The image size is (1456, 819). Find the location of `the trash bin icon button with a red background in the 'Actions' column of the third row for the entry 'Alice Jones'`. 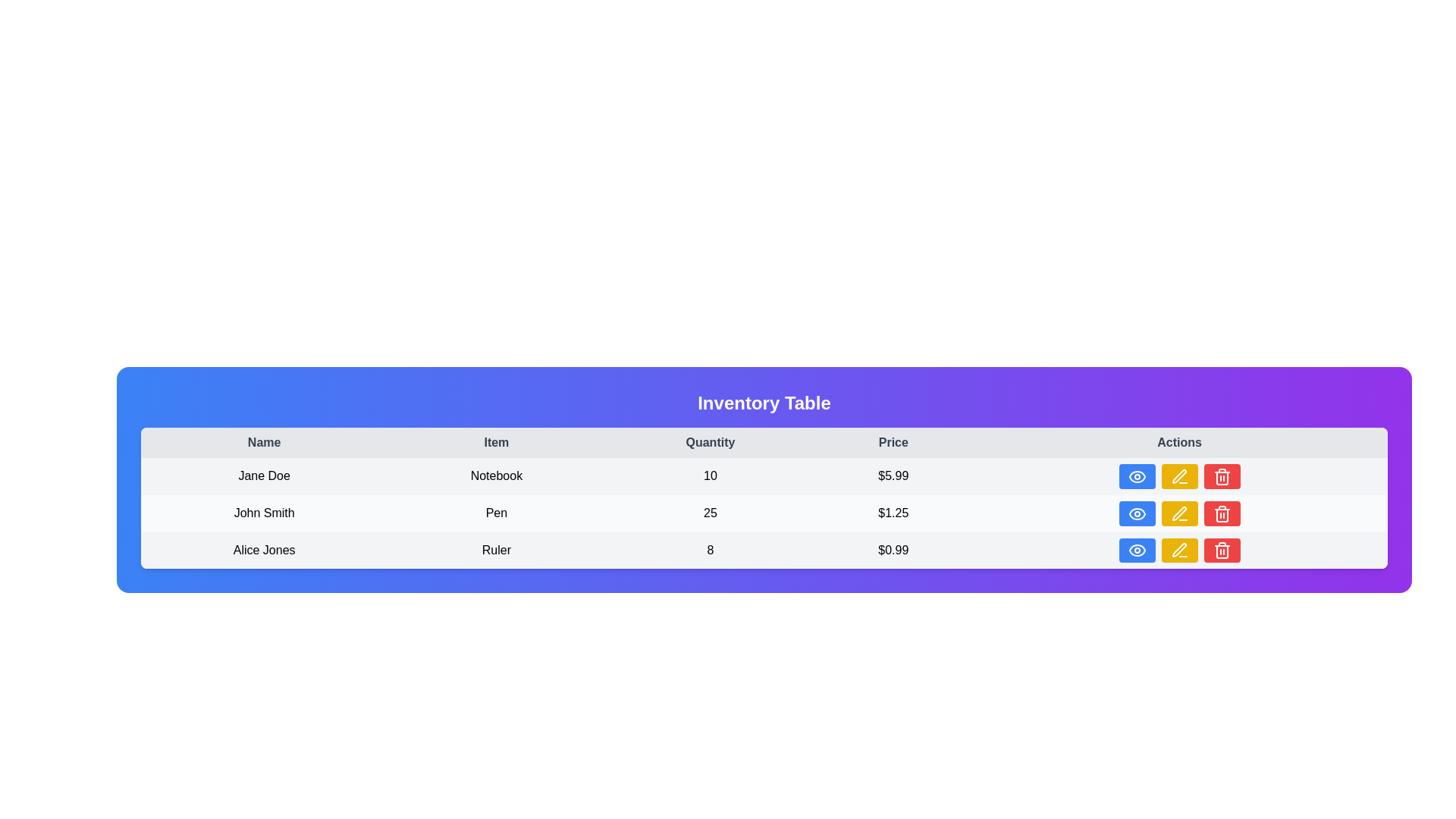

the trash bin icon button with a red background in the 'Actions' column of the third row for the entry 'Alice Jones' is located at coordinates (1222, 551).